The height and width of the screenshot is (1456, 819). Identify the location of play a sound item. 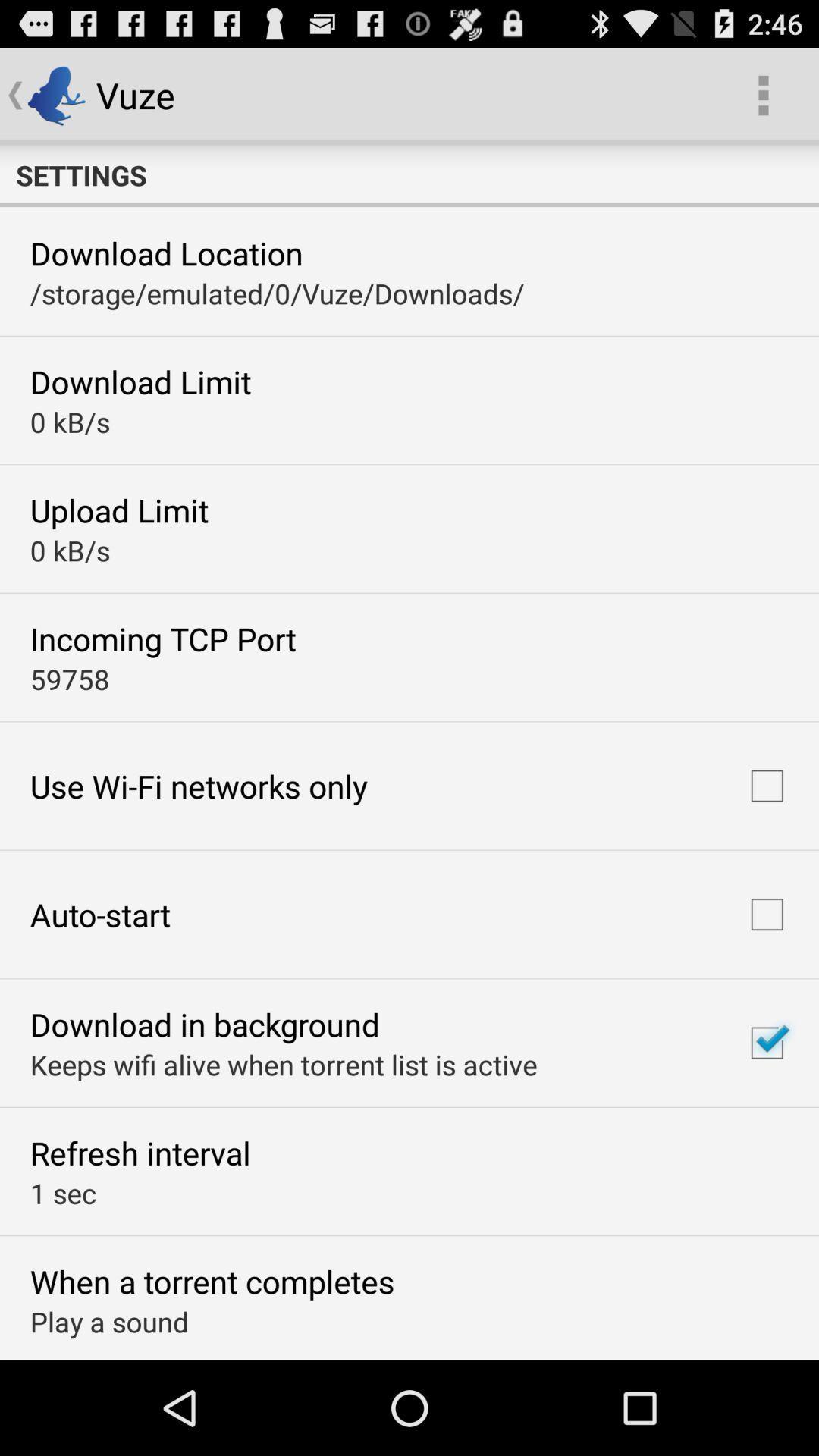
(108, 1320).